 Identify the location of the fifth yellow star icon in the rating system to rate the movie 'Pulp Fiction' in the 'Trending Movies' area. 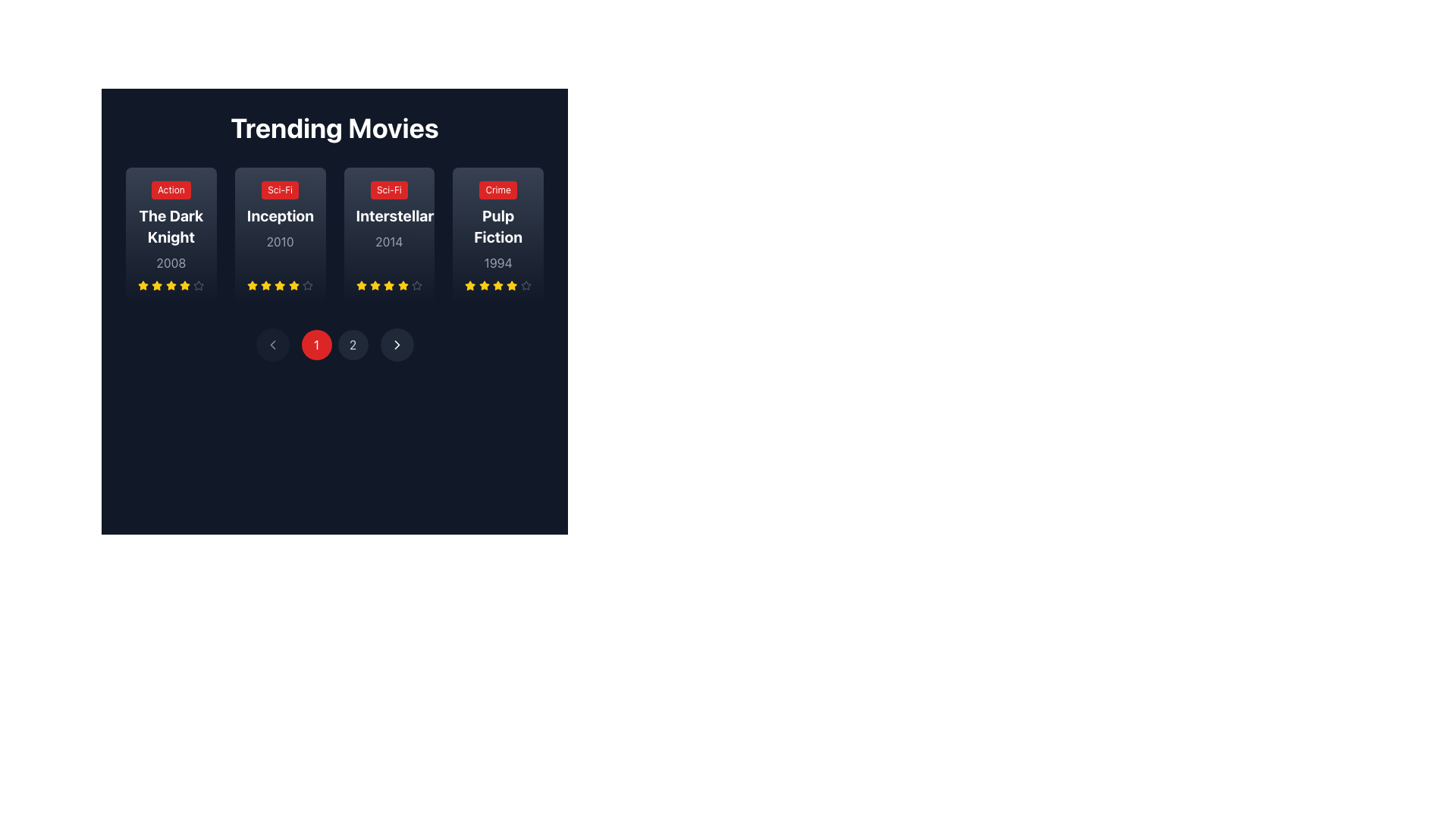
(512, 285).